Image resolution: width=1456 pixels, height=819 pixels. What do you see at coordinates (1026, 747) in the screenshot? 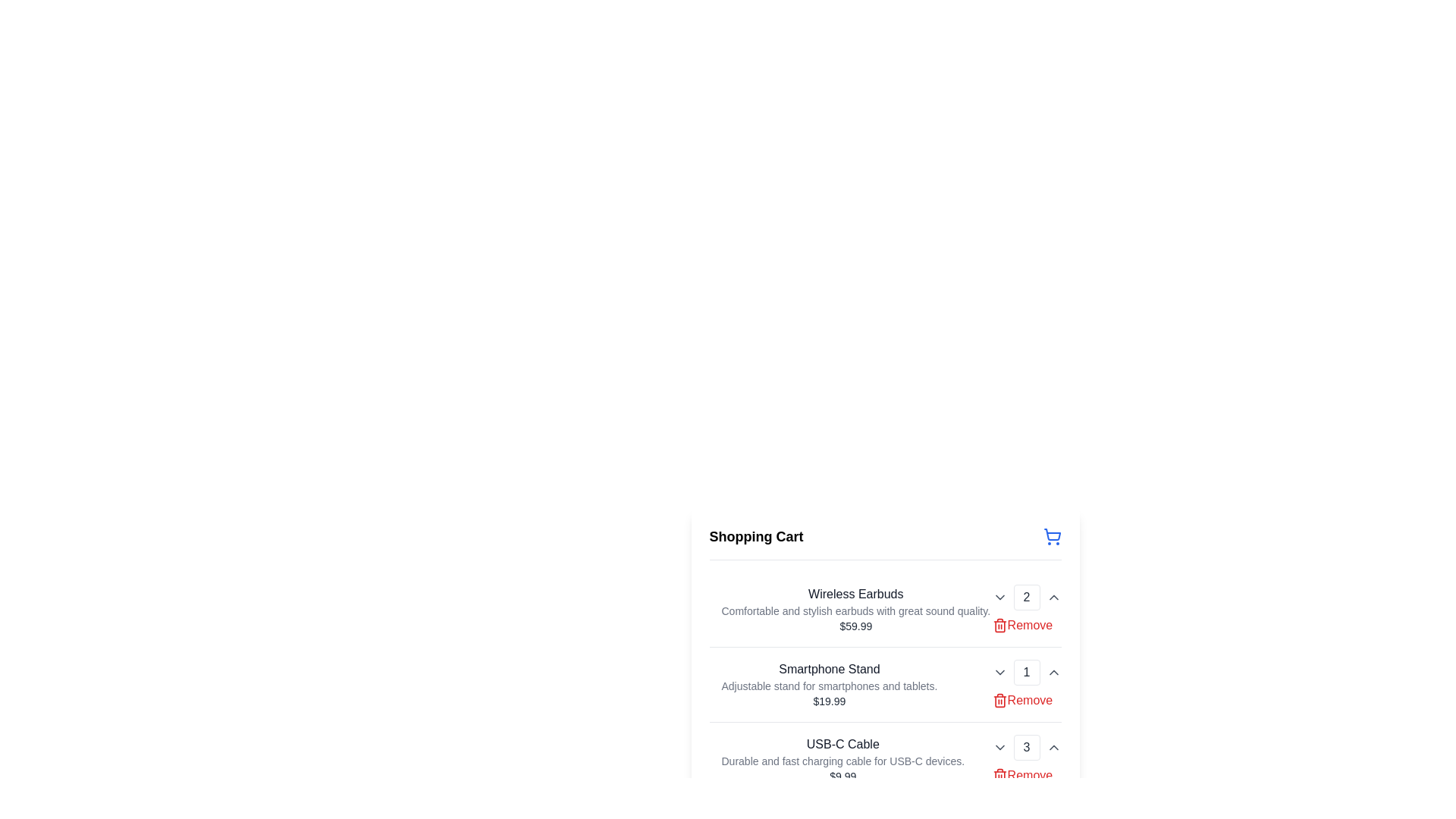
I see `the number '3' from the bordered numeric data box with a thin gray border and rounded corners` at bounding box center [1026, 747].